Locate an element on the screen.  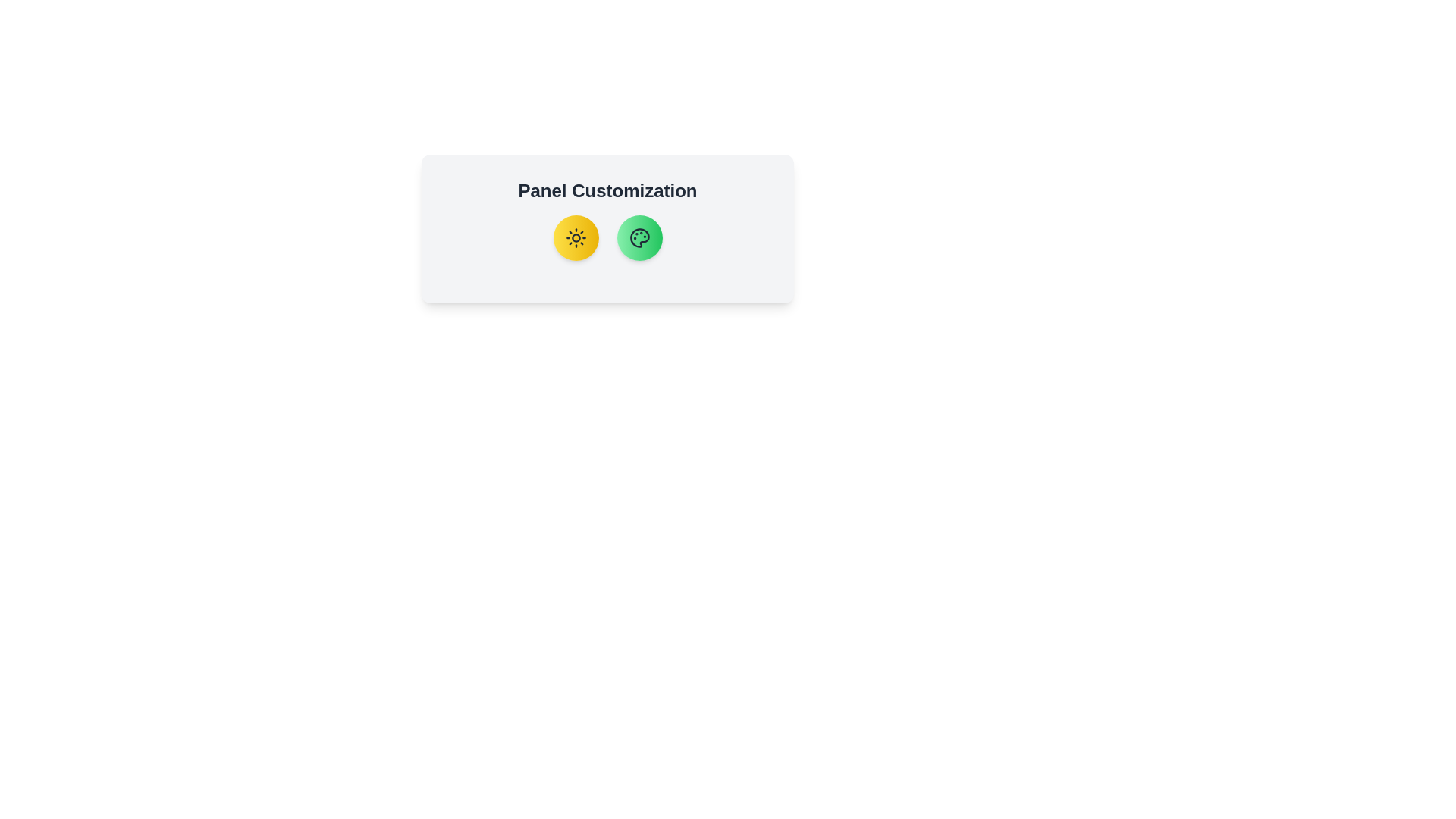
the painter's palette icon button located under the 'Panel Customization' heading is located at coordinates (639, 237).